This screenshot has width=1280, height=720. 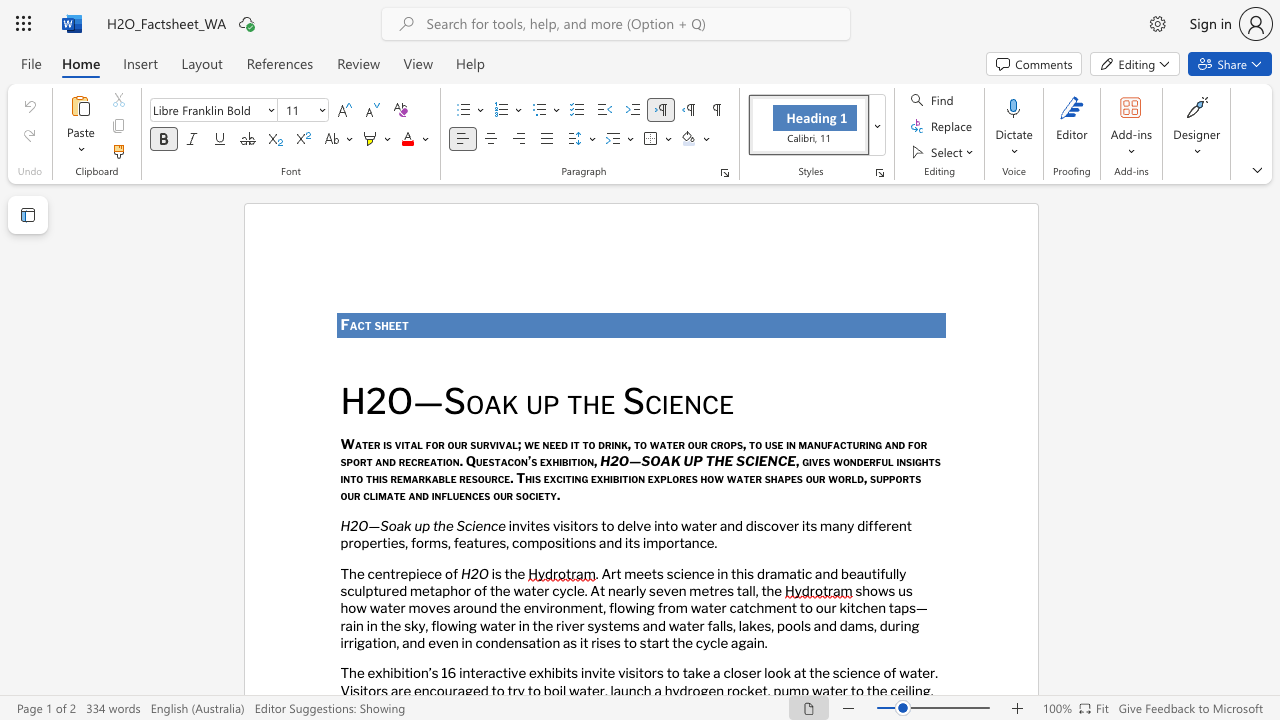 What do you see at coordinates (646, 607) in the screenshot?
I see `the subset text "g from water catchment to ou" within the text "shows us how water moves around the environment, flowing from water catchment to our kitchen taps"` at bounding box center [646, 607].